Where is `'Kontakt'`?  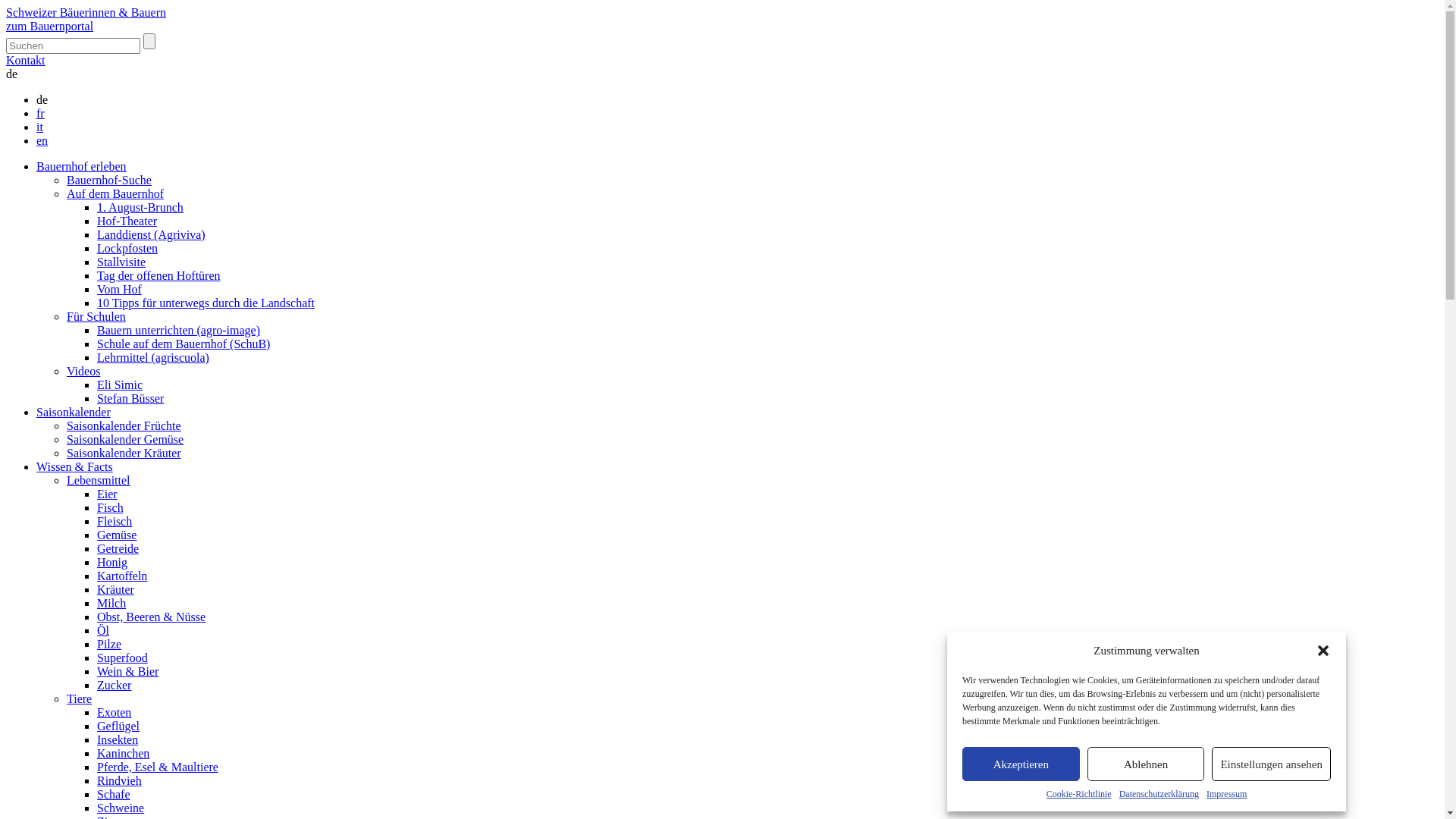 'Kontakt' is located at coordinates (25, 59).